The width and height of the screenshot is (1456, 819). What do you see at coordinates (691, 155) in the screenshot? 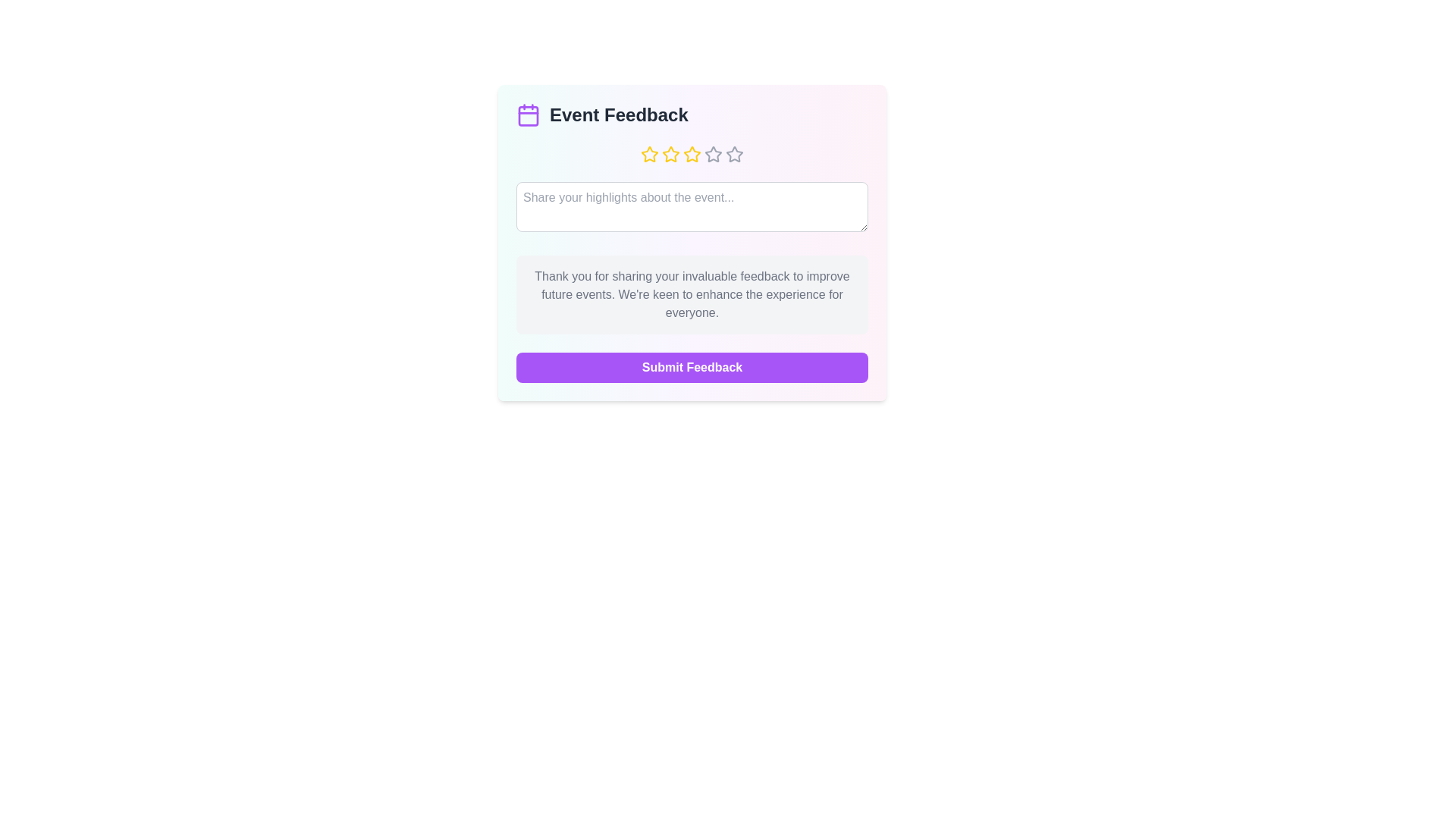
I see `the event rating to 3 stars by clicking on the corresponding star` at bounding box center [691, 155].